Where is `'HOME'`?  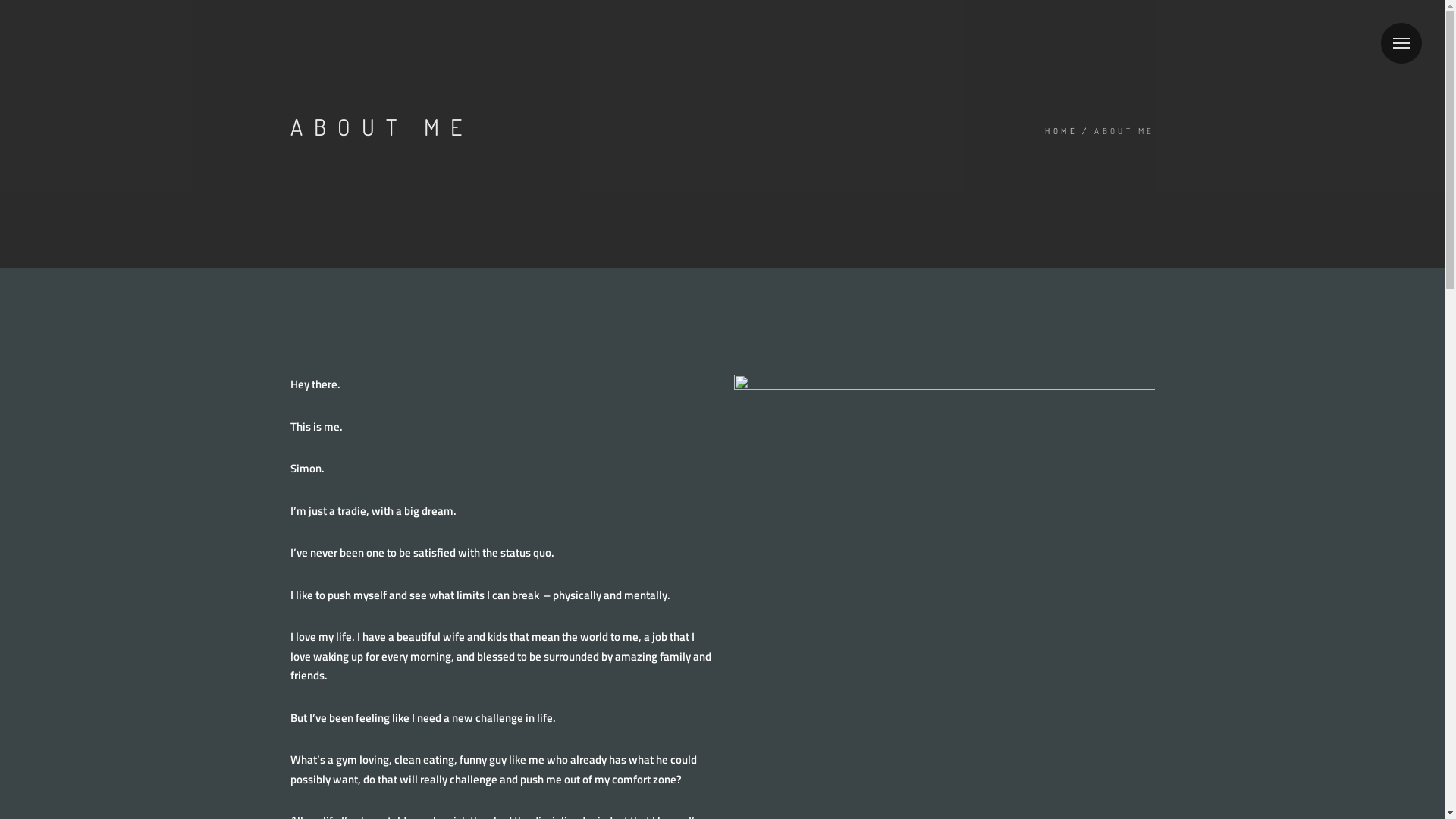 'HOME' is located at coordinates (1060, 131).